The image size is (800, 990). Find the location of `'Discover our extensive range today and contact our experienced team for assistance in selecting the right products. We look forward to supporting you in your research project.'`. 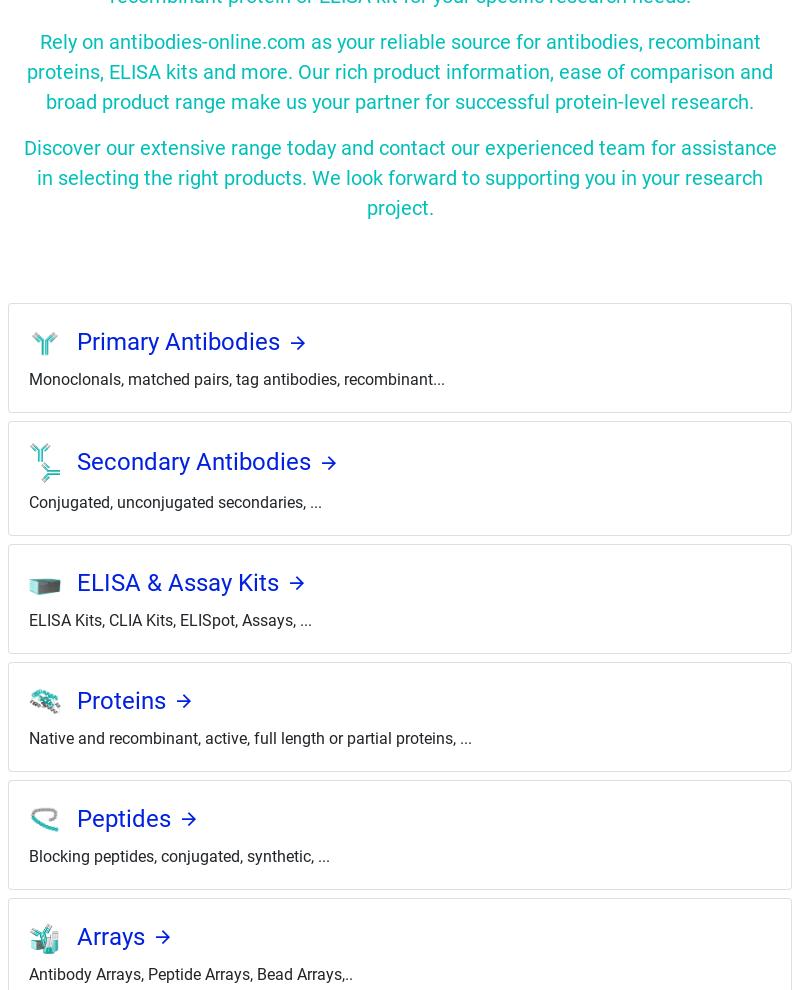

'Discover our extensive range today and contact our experienced team for assistance in selecting the right products. We look forward to supporting you in your research project.' is located at coordinates (398, 177).